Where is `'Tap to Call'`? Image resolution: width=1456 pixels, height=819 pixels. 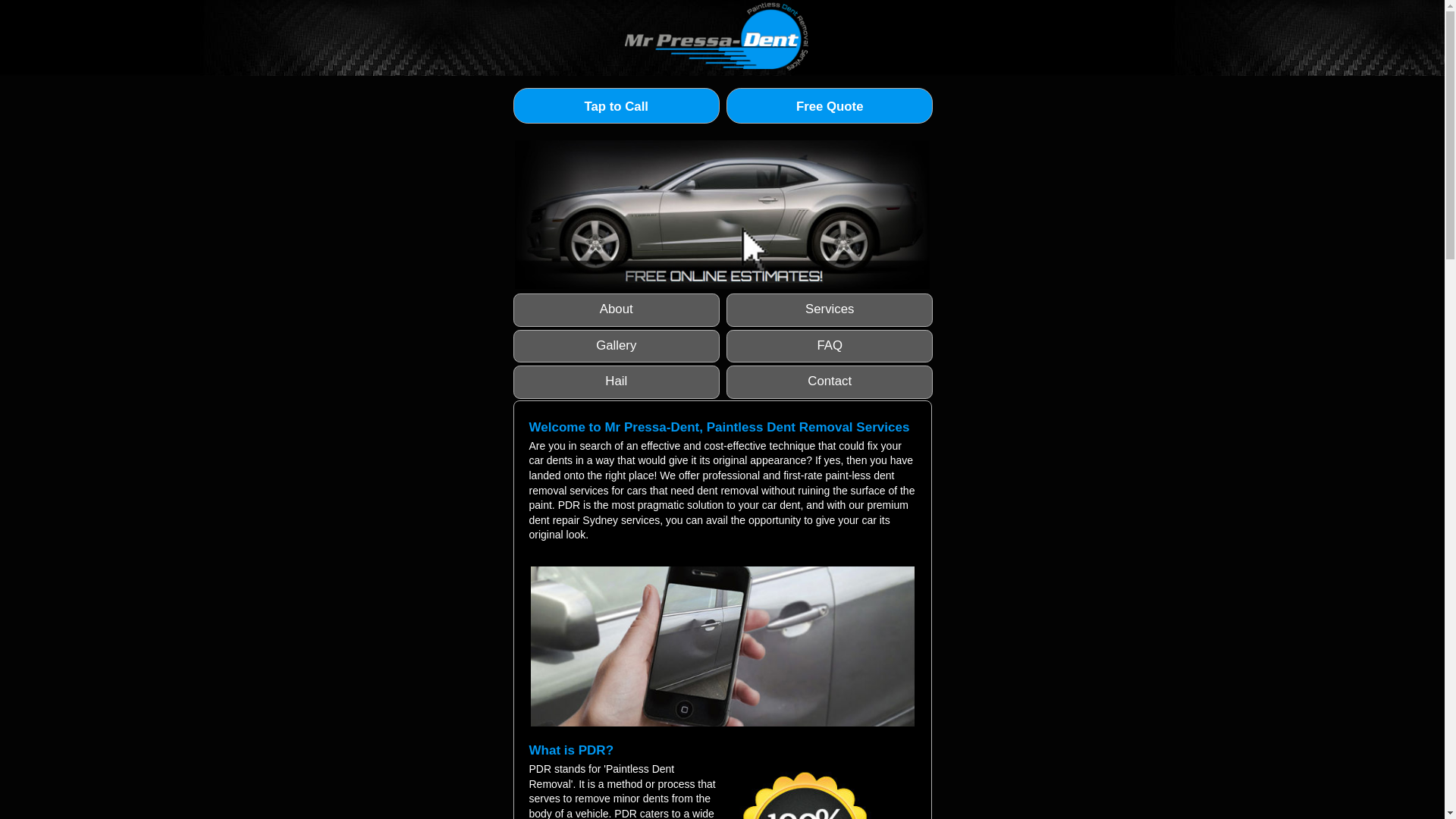 'Tap to Call' is located at coordinates (615, 105).